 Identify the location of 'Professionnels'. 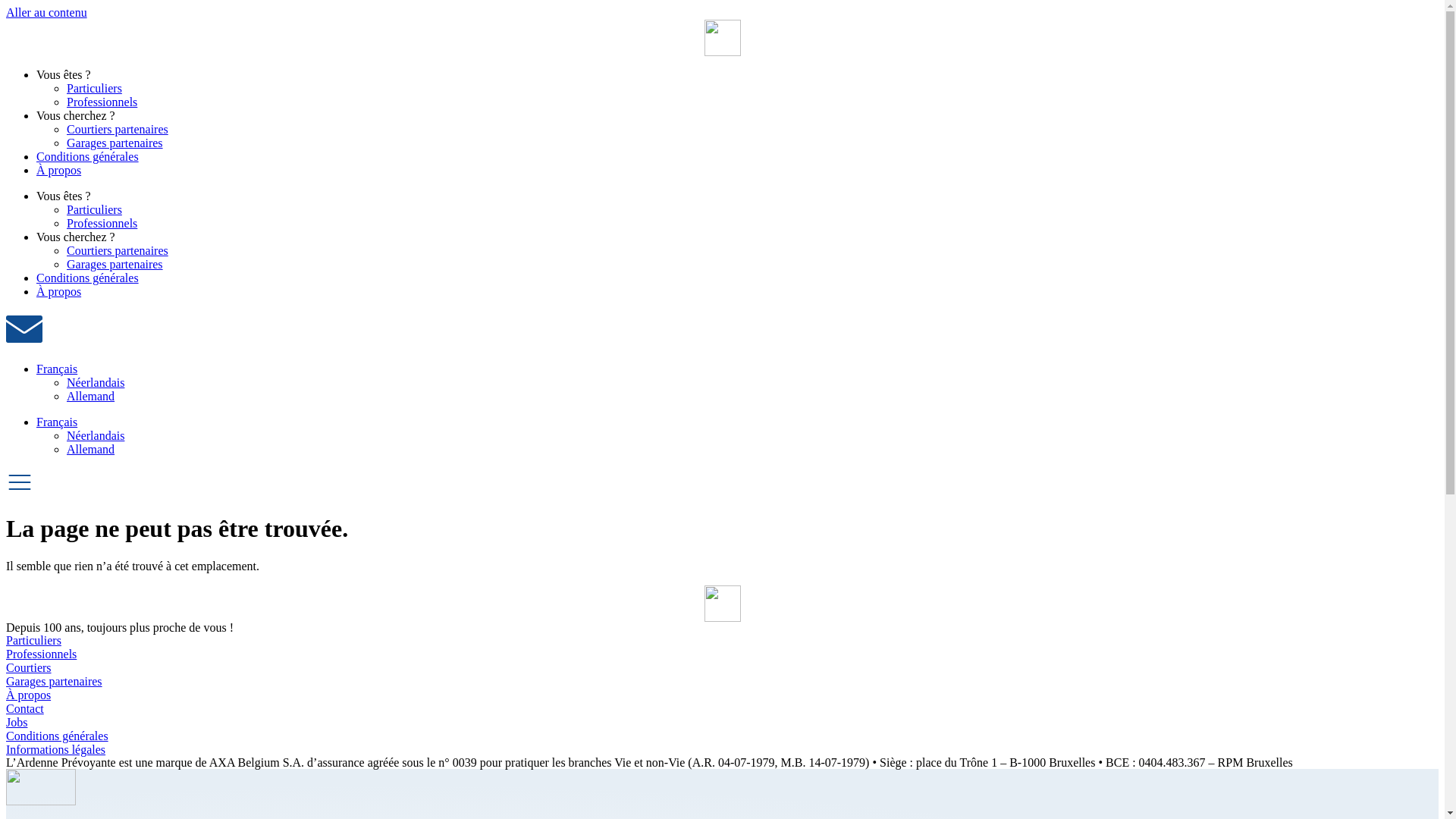
(721, 654).